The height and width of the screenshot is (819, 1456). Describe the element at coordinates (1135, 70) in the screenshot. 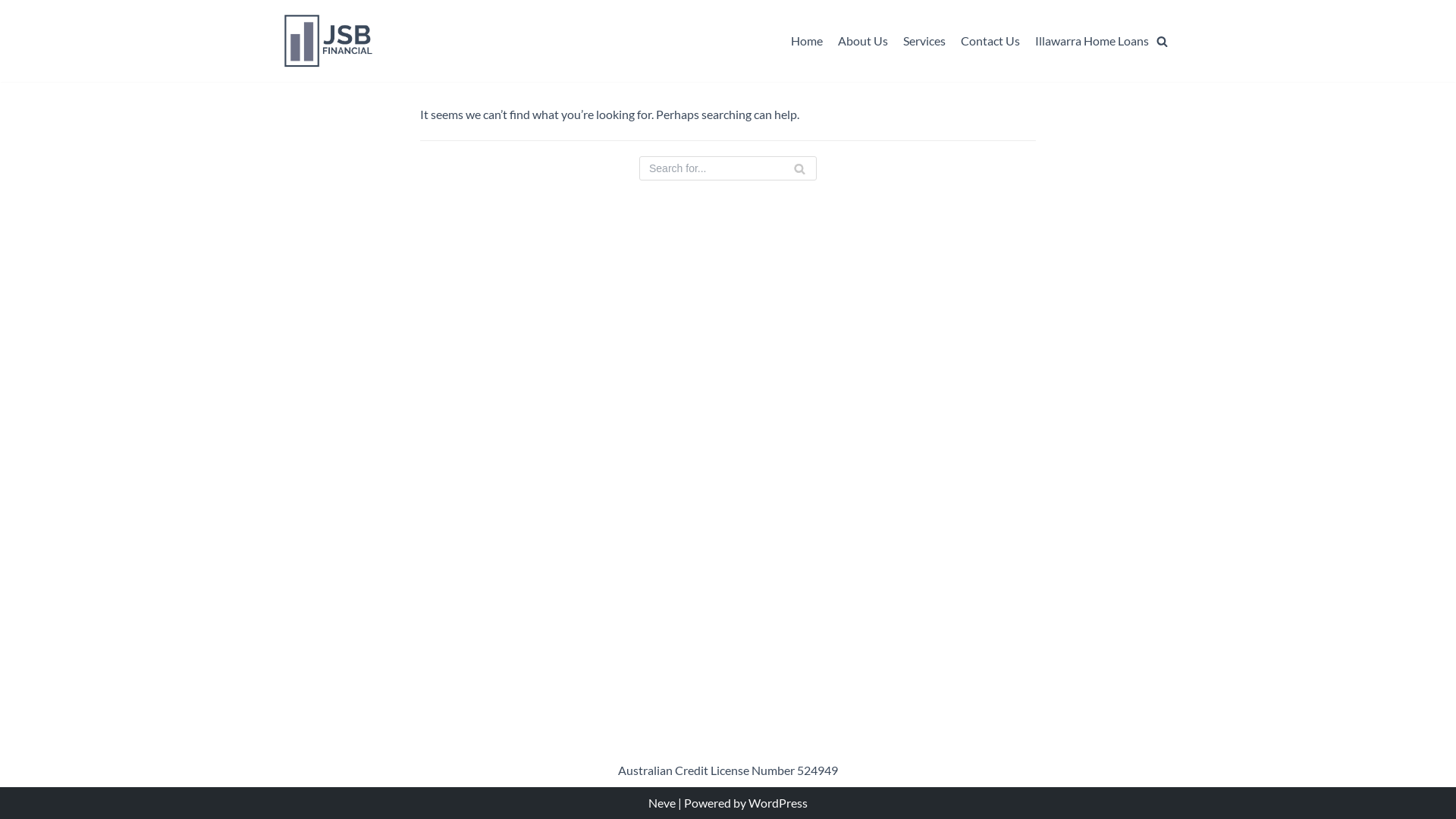

I see `'Search'` at that location.